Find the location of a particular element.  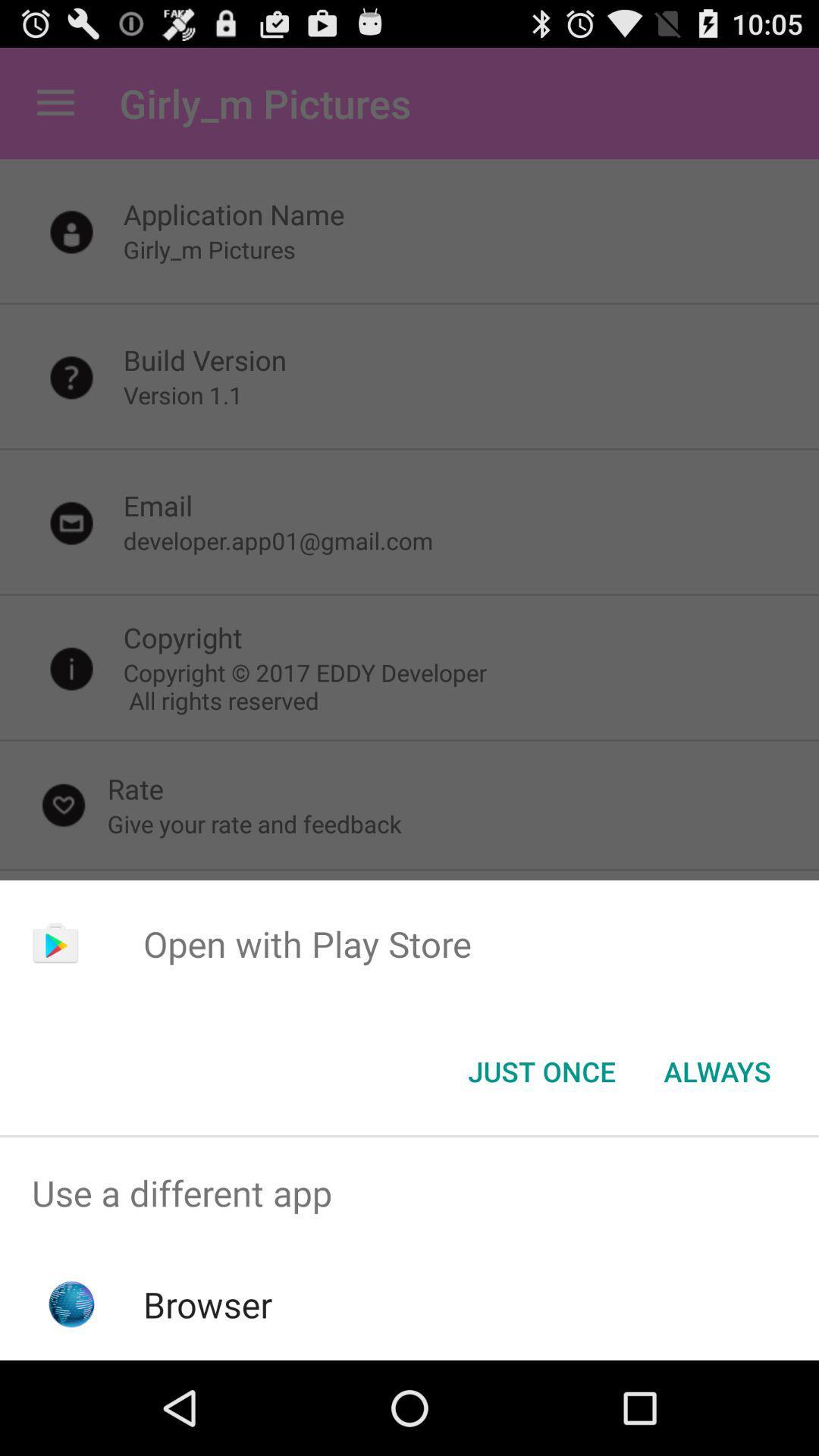

browser icon is located at coordinates (208, 1304).